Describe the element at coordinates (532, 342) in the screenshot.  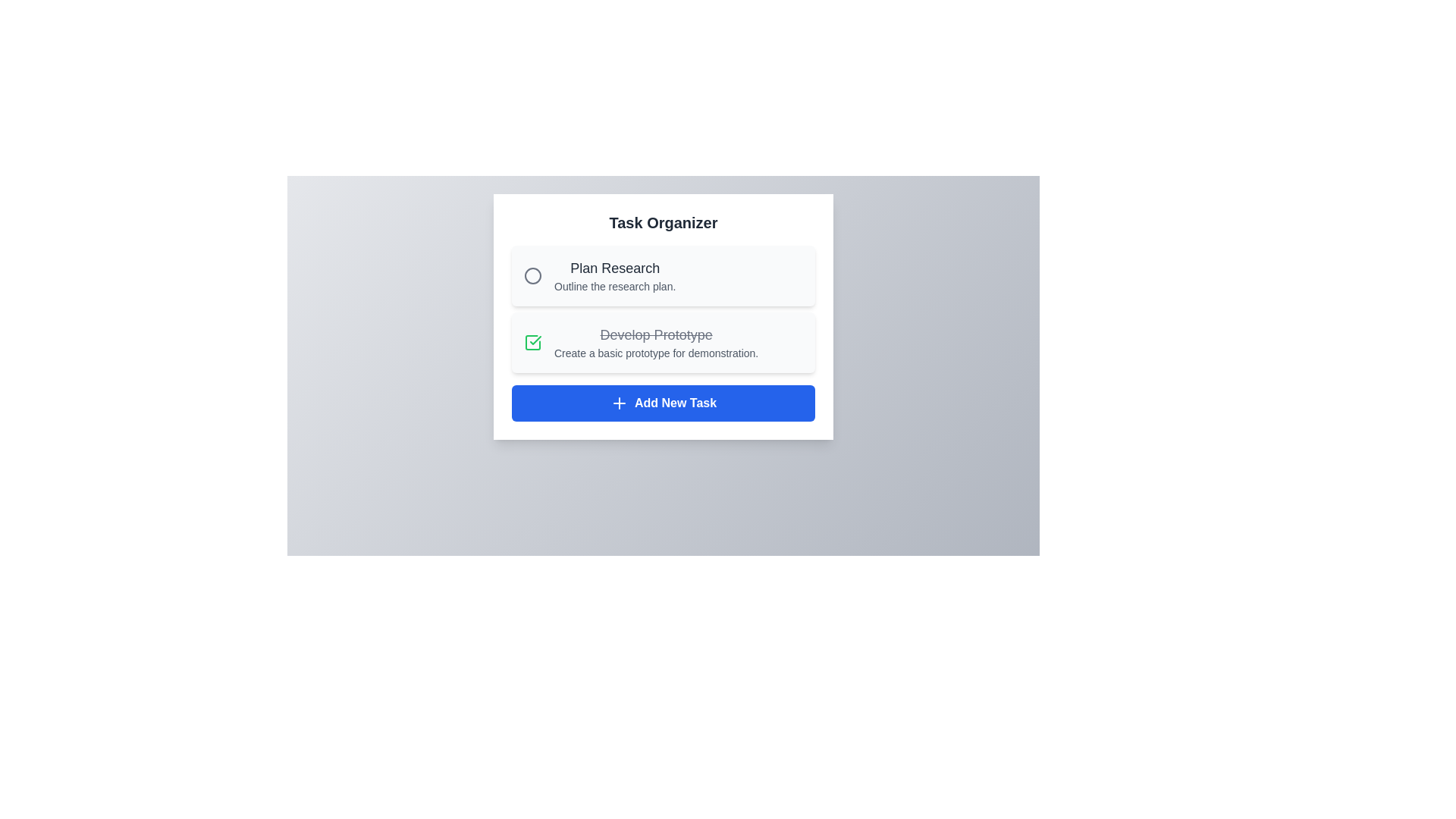
I see `the task titled 'Develop Prototype'` at that location.